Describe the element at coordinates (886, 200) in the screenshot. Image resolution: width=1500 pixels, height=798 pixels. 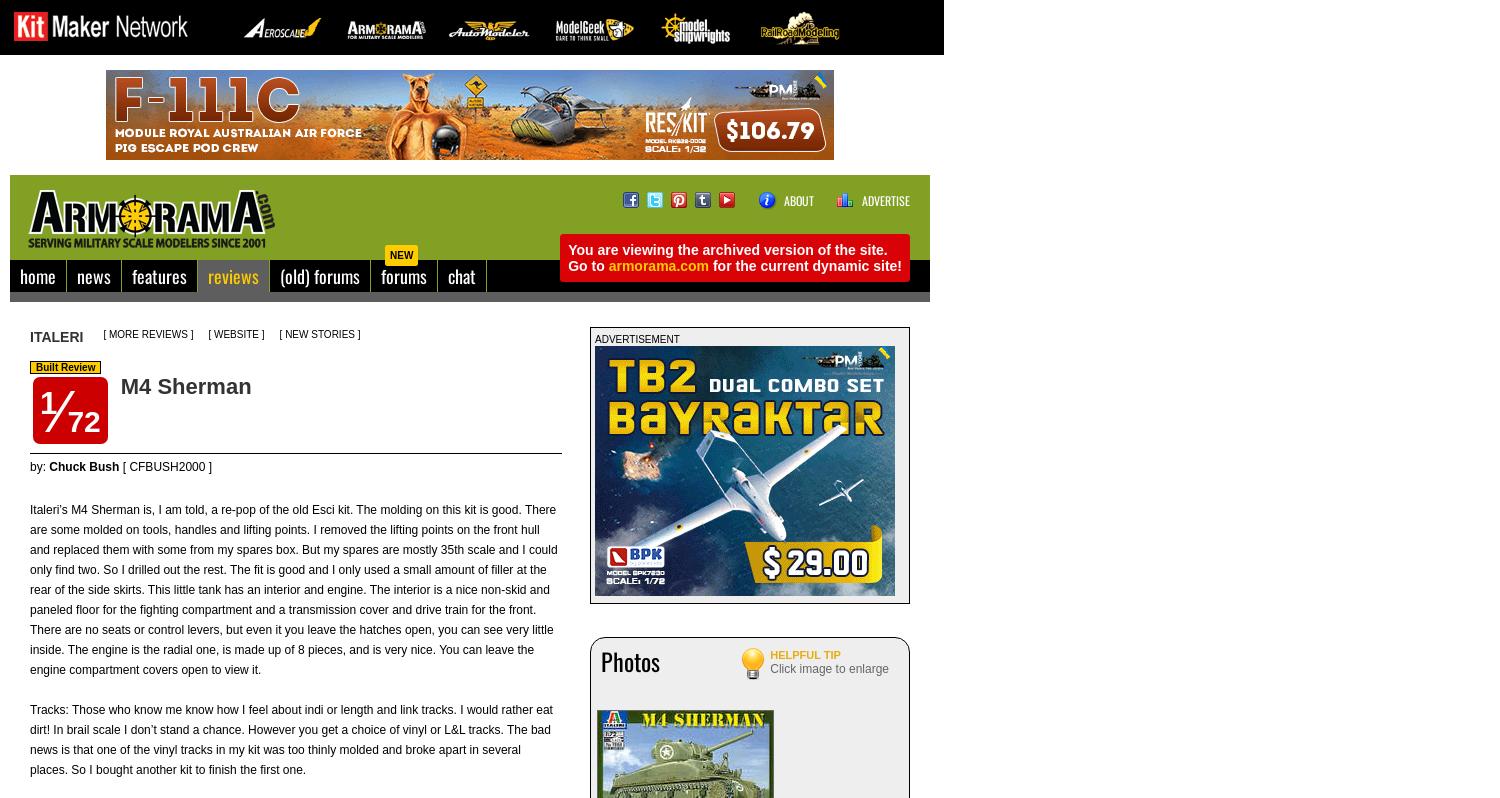
I see `'ADVERTISE'` at that location.